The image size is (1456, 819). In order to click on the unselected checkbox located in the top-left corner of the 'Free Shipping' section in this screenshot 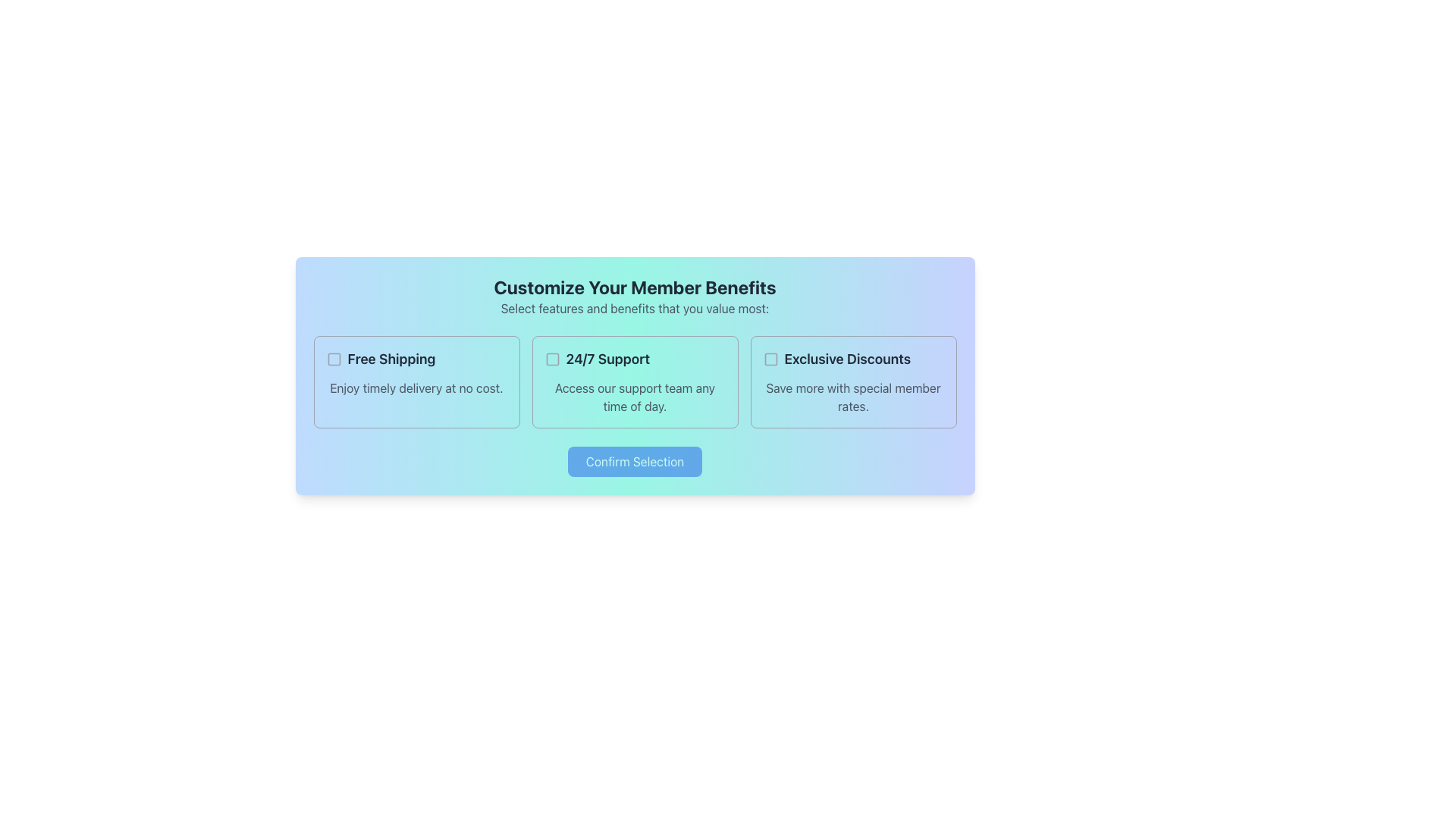, I will do `click(333, 359)`.